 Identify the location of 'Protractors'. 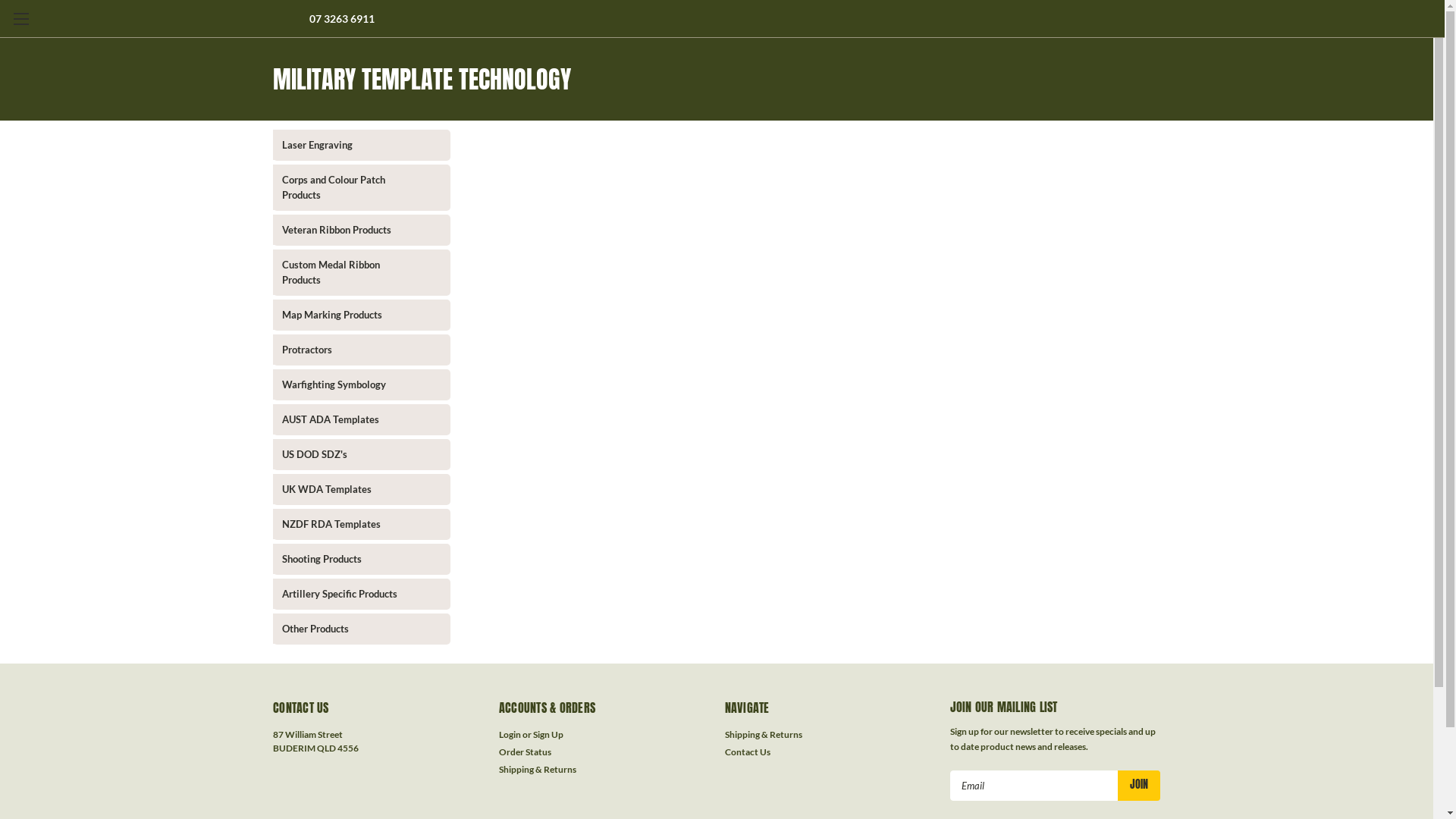
(347, 350).